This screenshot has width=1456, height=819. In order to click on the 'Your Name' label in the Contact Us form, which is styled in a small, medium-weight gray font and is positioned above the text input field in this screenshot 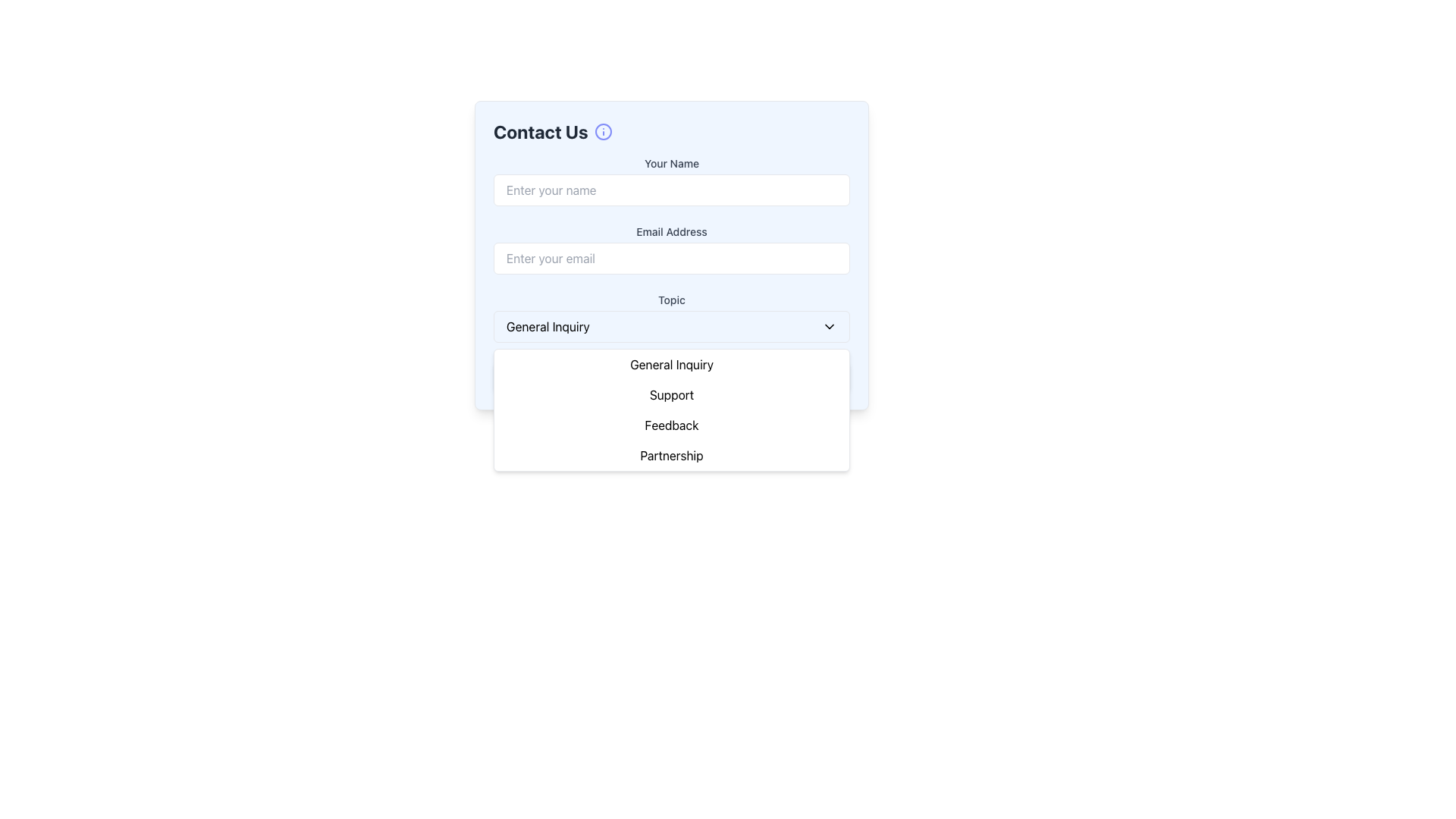, I will do `click(671, 164)`.